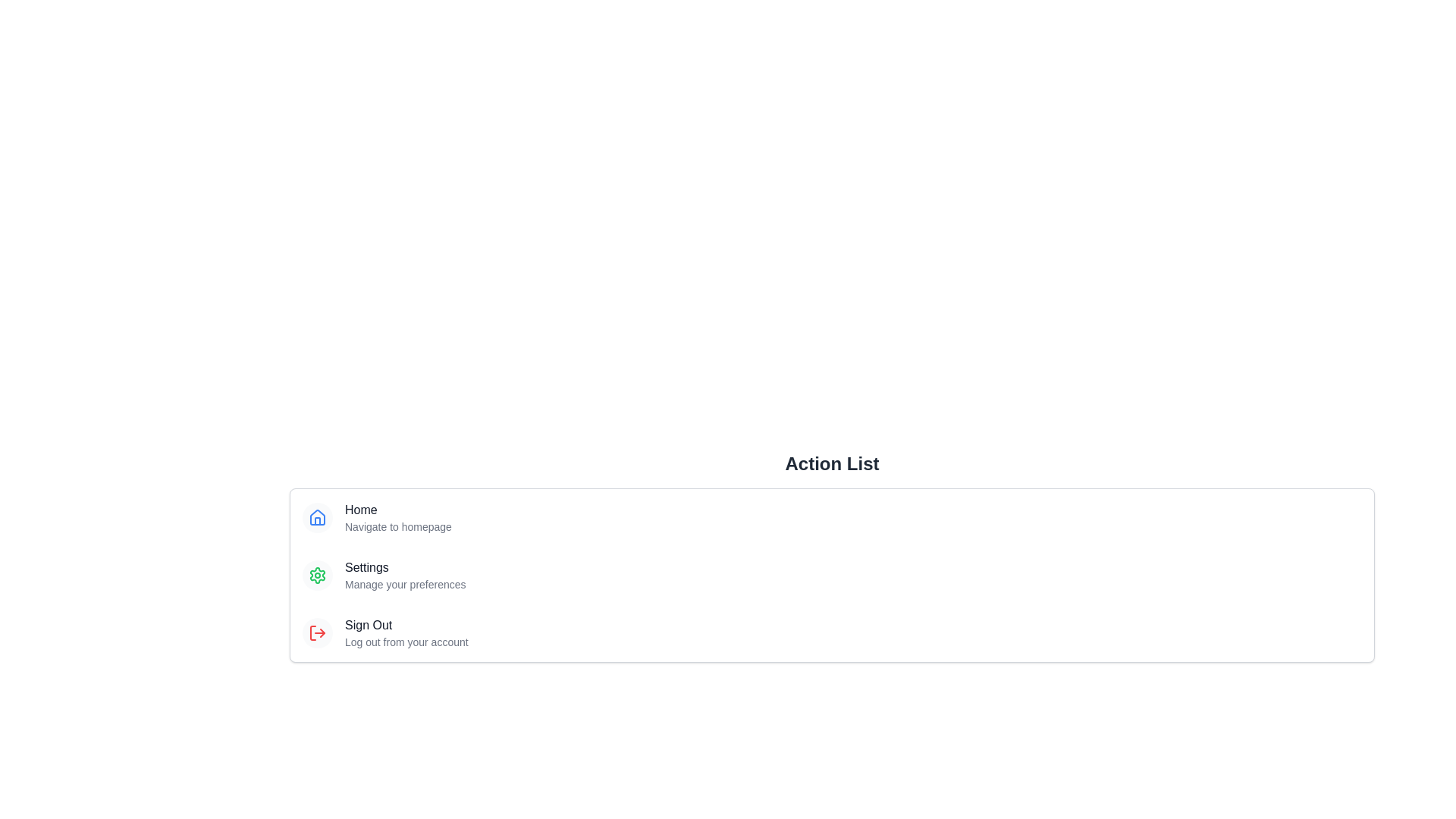 The height and width of the screenshot is (819, 1456). What do you see at coordinates (316, 516) in the screenshot?
I see `the circular icon with a light gray background and a blue house symbol, positioned to the left of the text 'Home' and 'Navigate to homepage' in the topmost entry of a vertical list` at bounding box center [316, 516].